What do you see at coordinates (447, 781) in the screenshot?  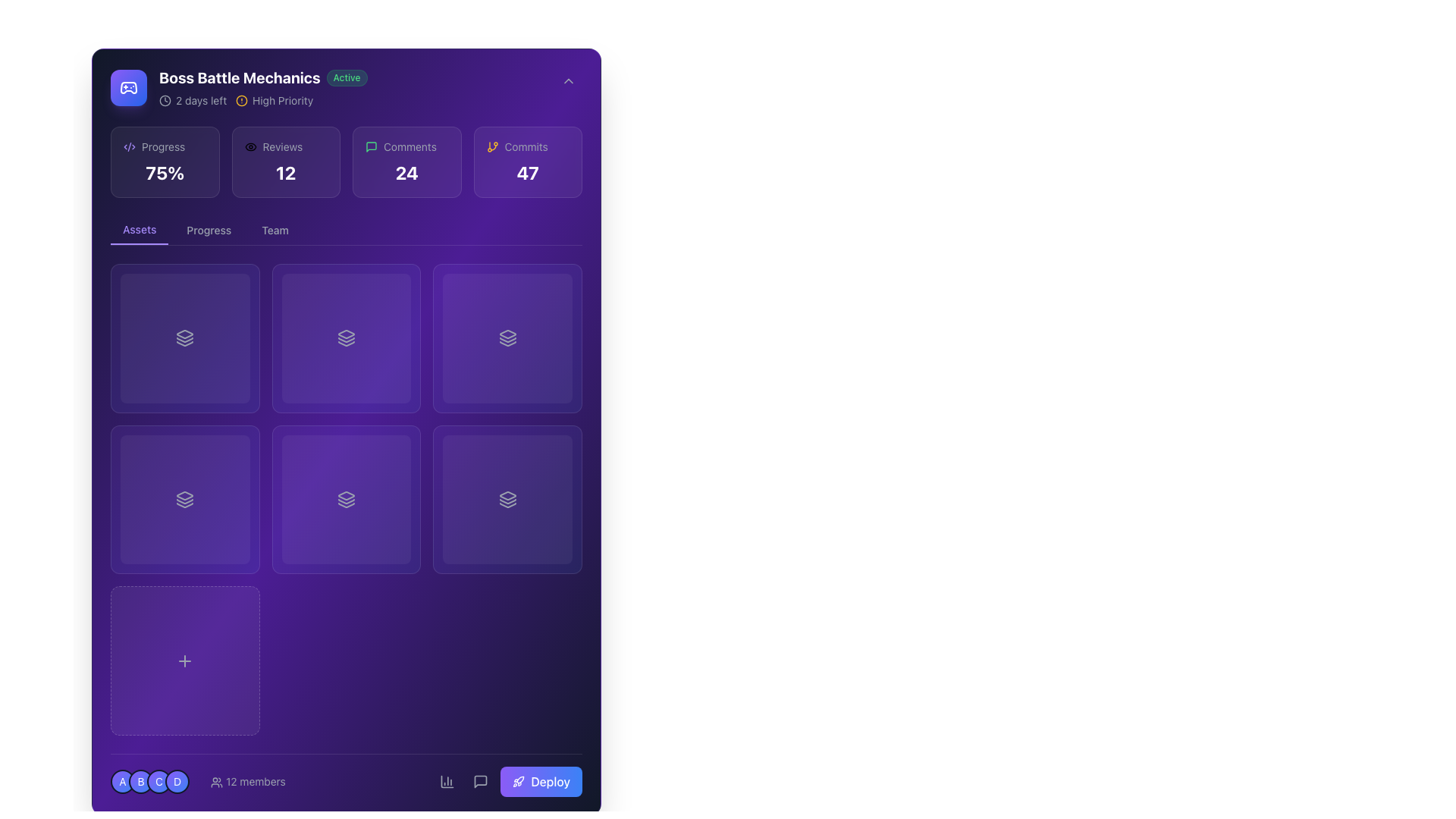 I see `the analytics icon located in the bottom navigation bar, positioned between the 'members' section and the 'Deploy' button` at bounding box center [447, 781].